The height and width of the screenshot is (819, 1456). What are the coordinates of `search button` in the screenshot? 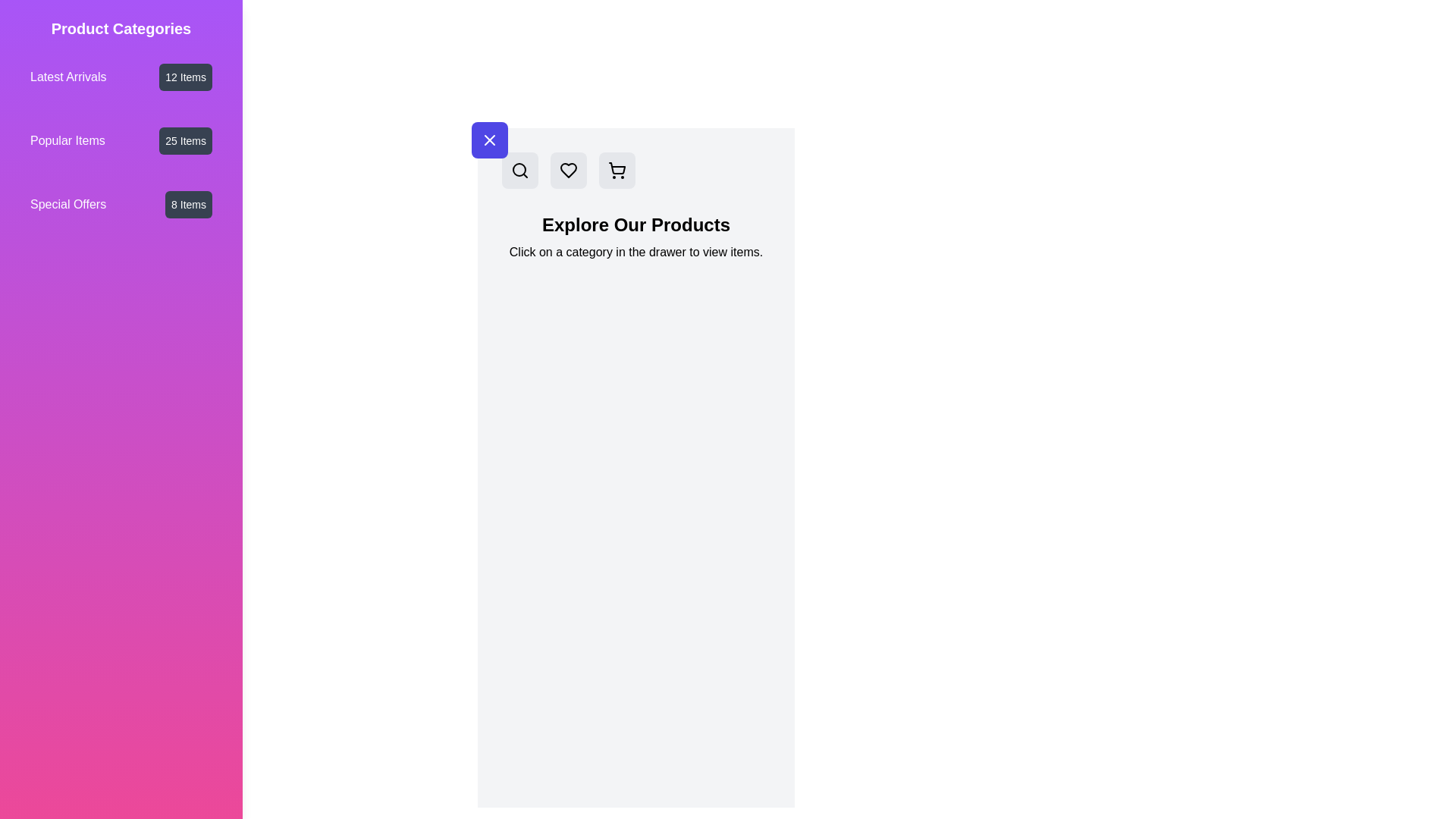 It's located at (520, 170).